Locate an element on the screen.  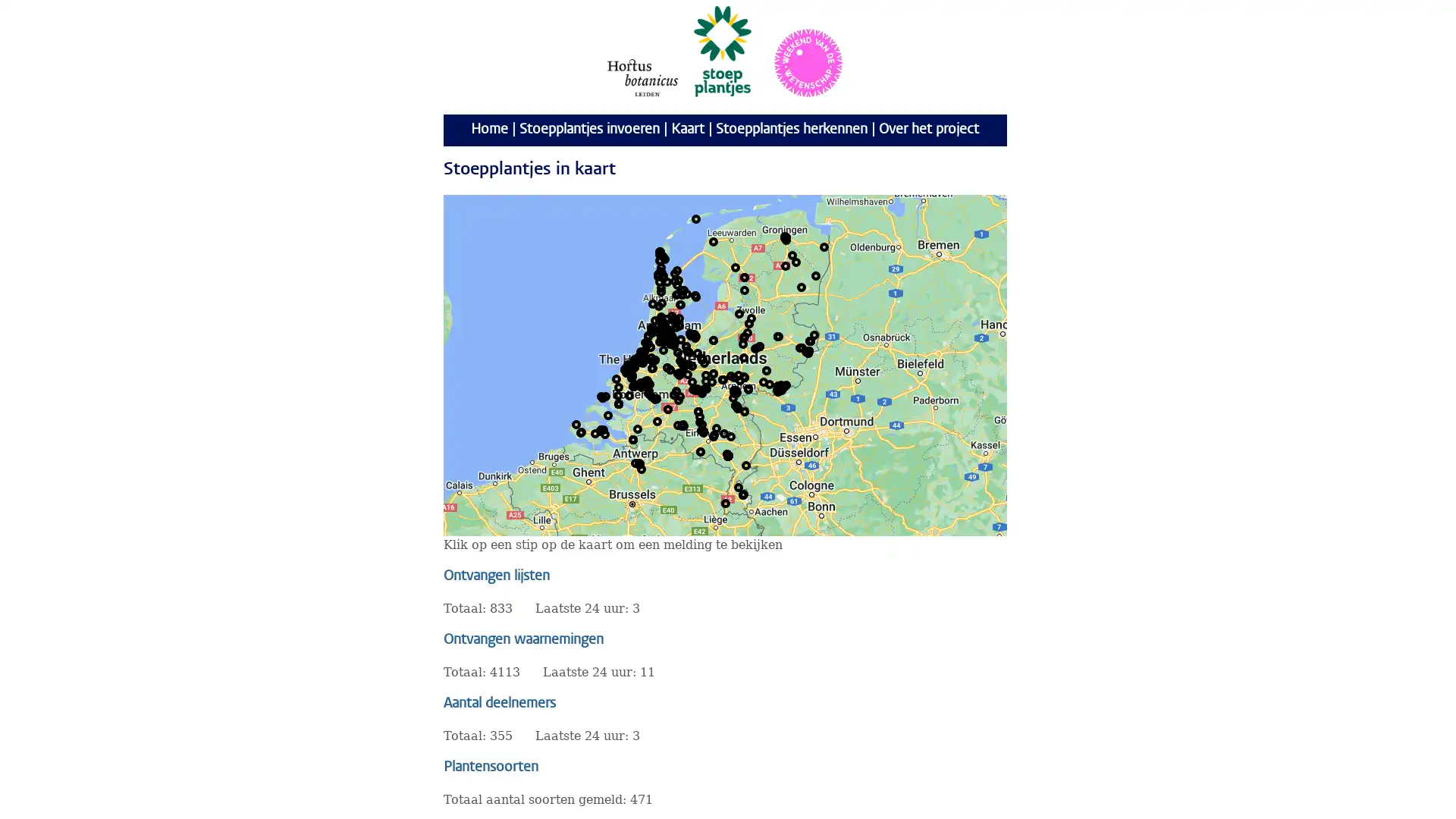
Telling van op 12 februari 2022 is located at coordinates (659, 341).